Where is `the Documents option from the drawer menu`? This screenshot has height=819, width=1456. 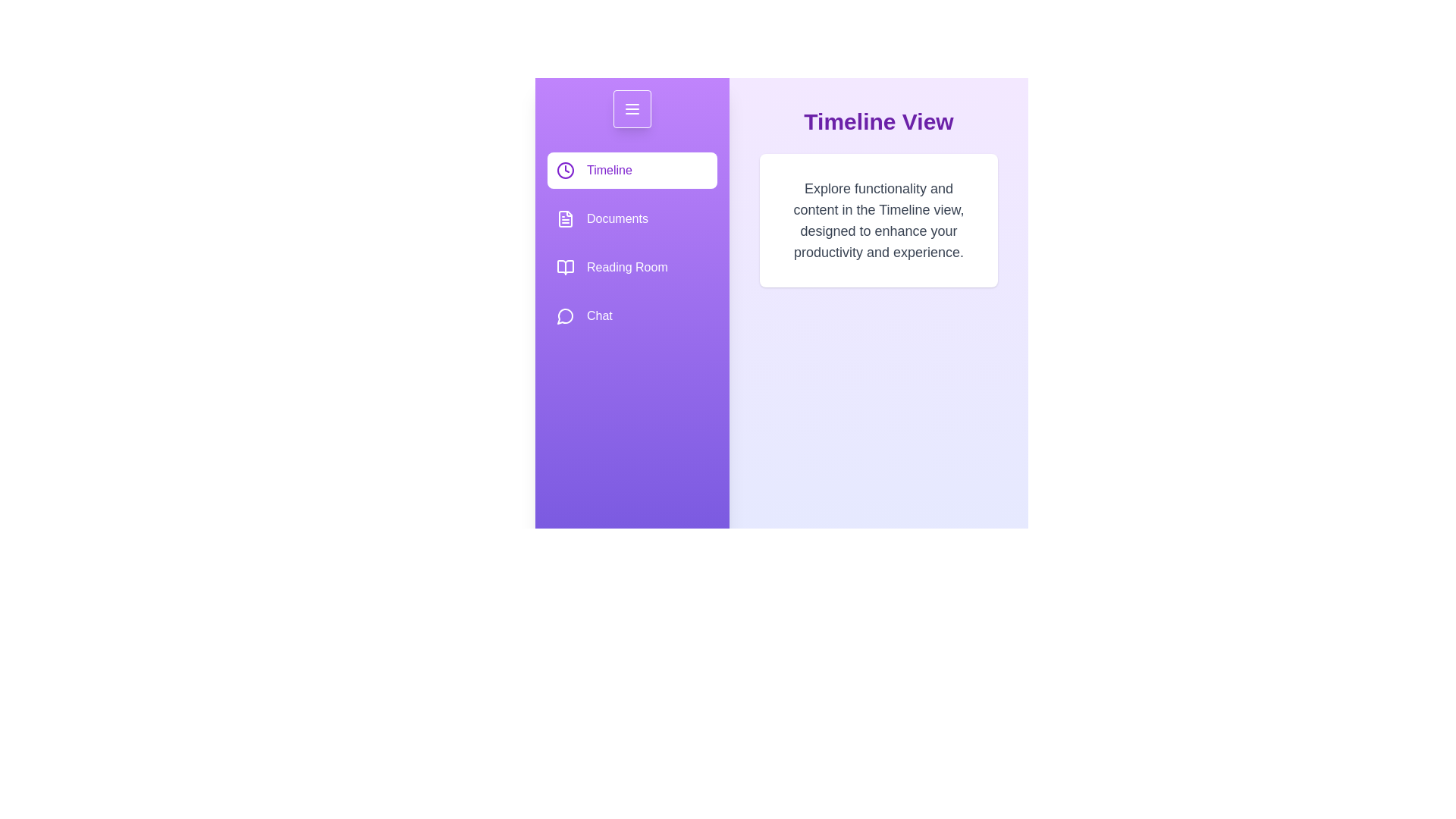 the Documents option from the drawer menu is located at coordinates (632, 219).